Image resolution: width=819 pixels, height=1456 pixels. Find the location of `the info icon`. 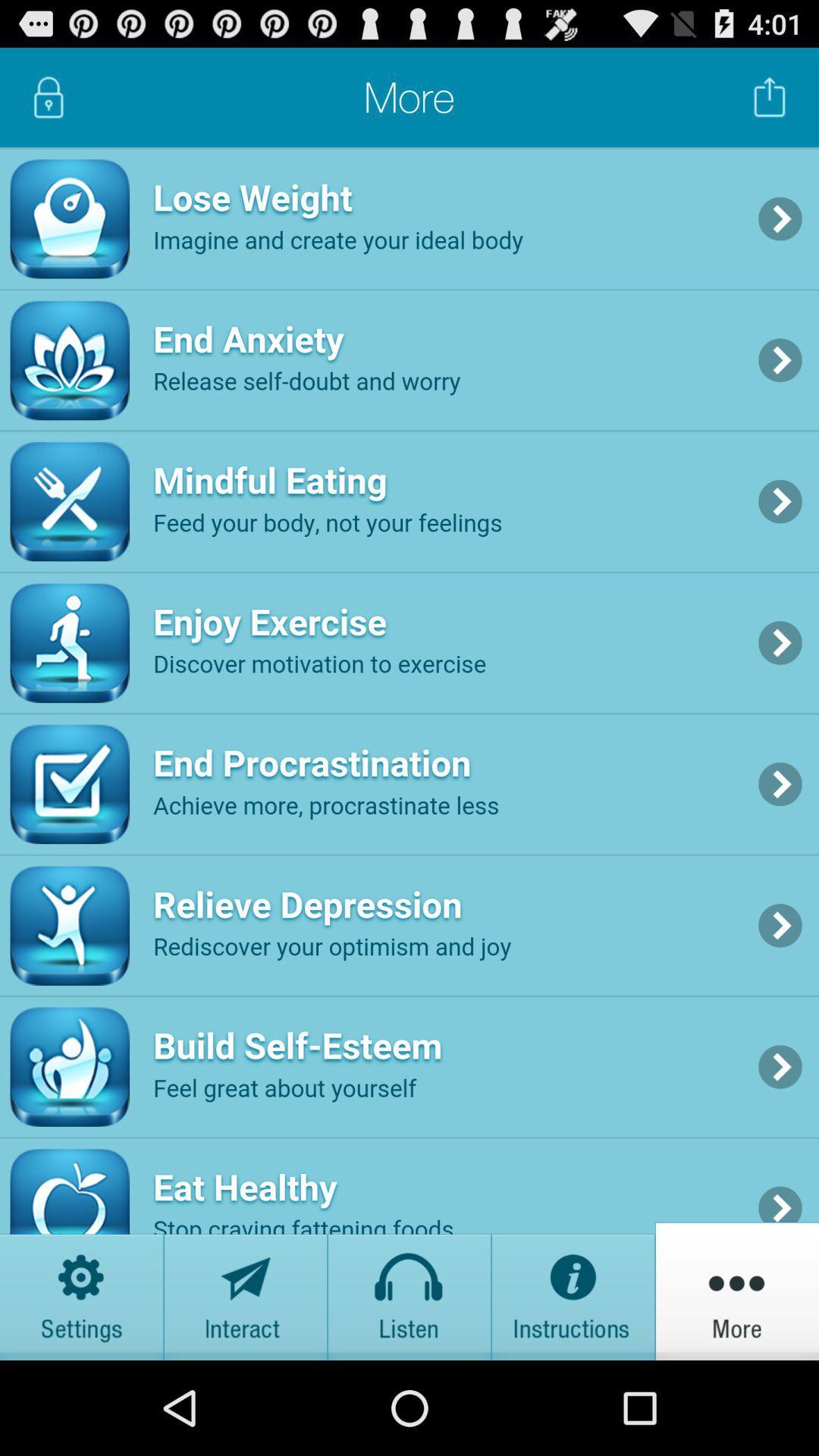

the info icon is located at coordinates (573, 1381).